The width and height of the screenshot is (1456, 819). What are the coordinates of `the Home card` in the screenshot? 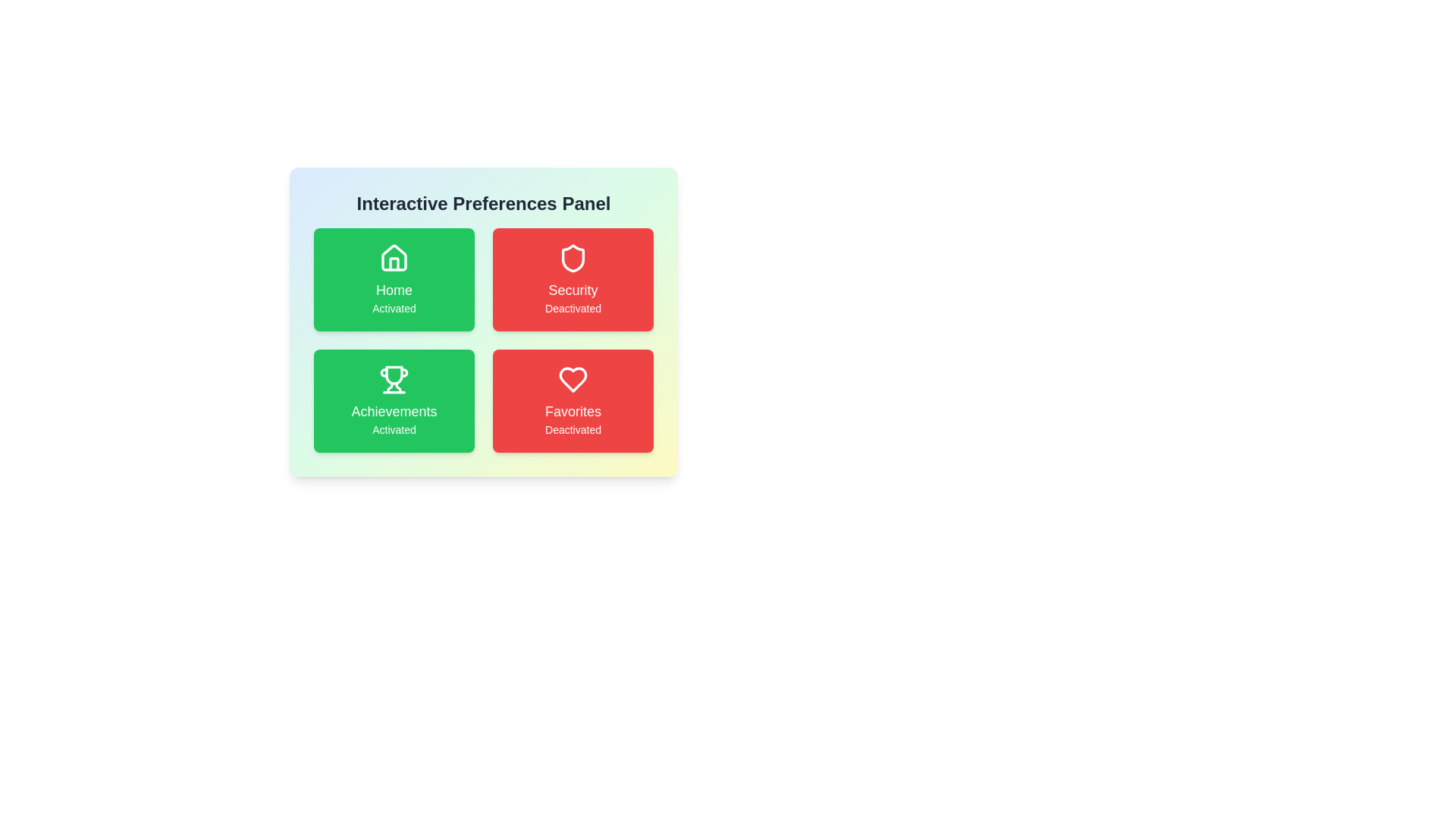 It's located at (394, 280).